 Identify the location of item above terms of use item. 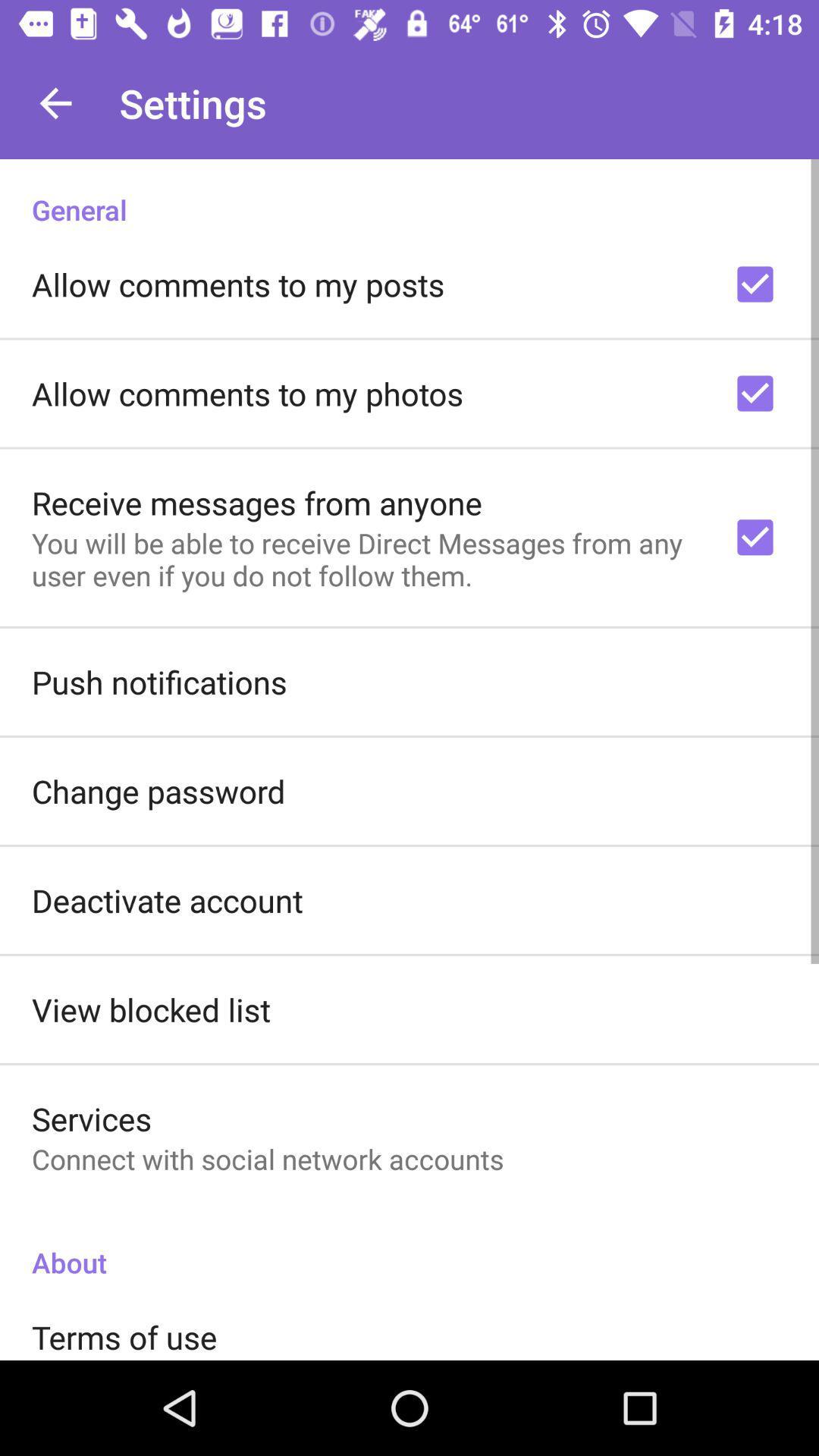
(409, 1247).